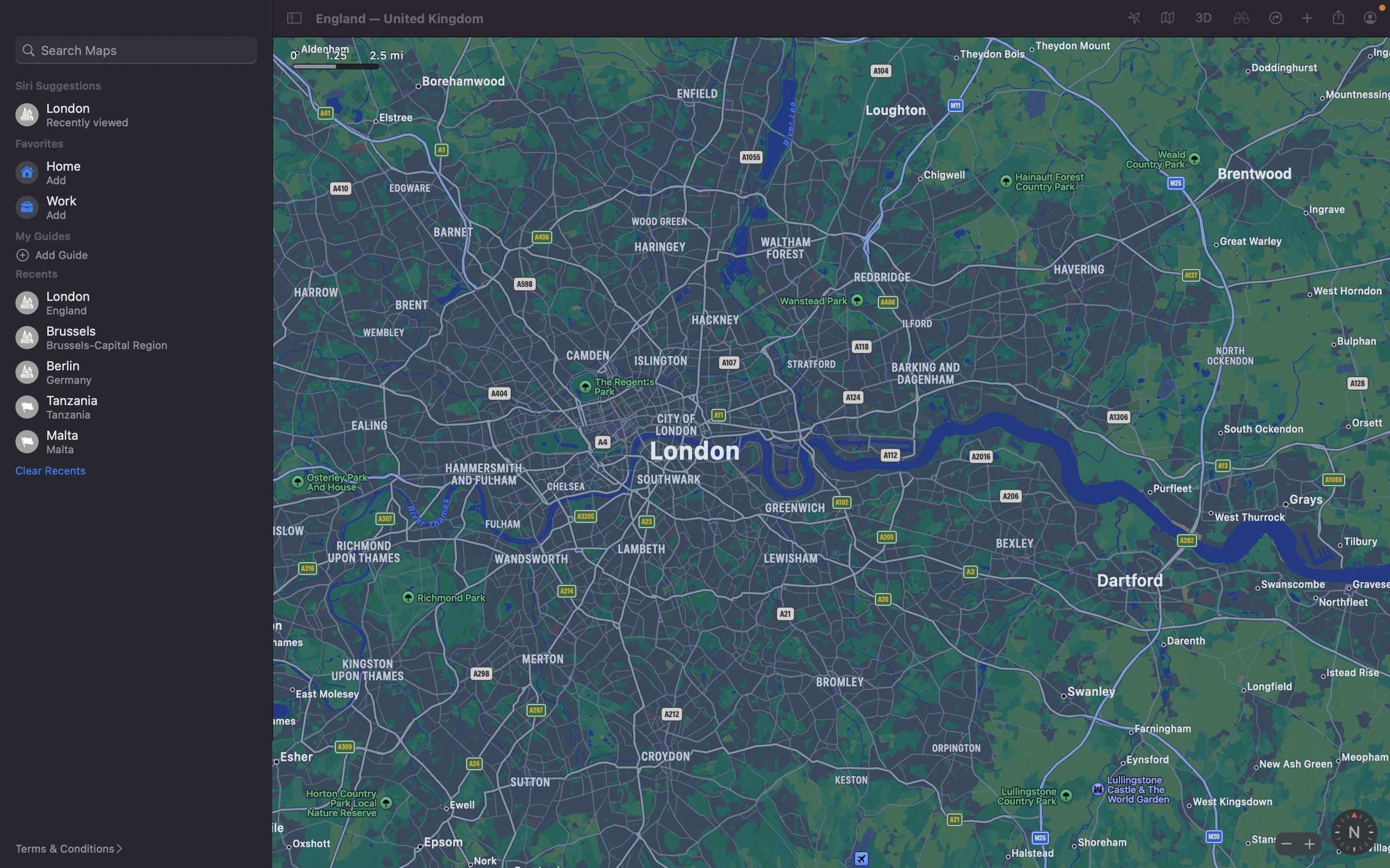 This screenshot has height=868, width=1390. Describe the element at coordinates (1165, 18) in the screenshot. I see `Change the map view to satellite` at that location.